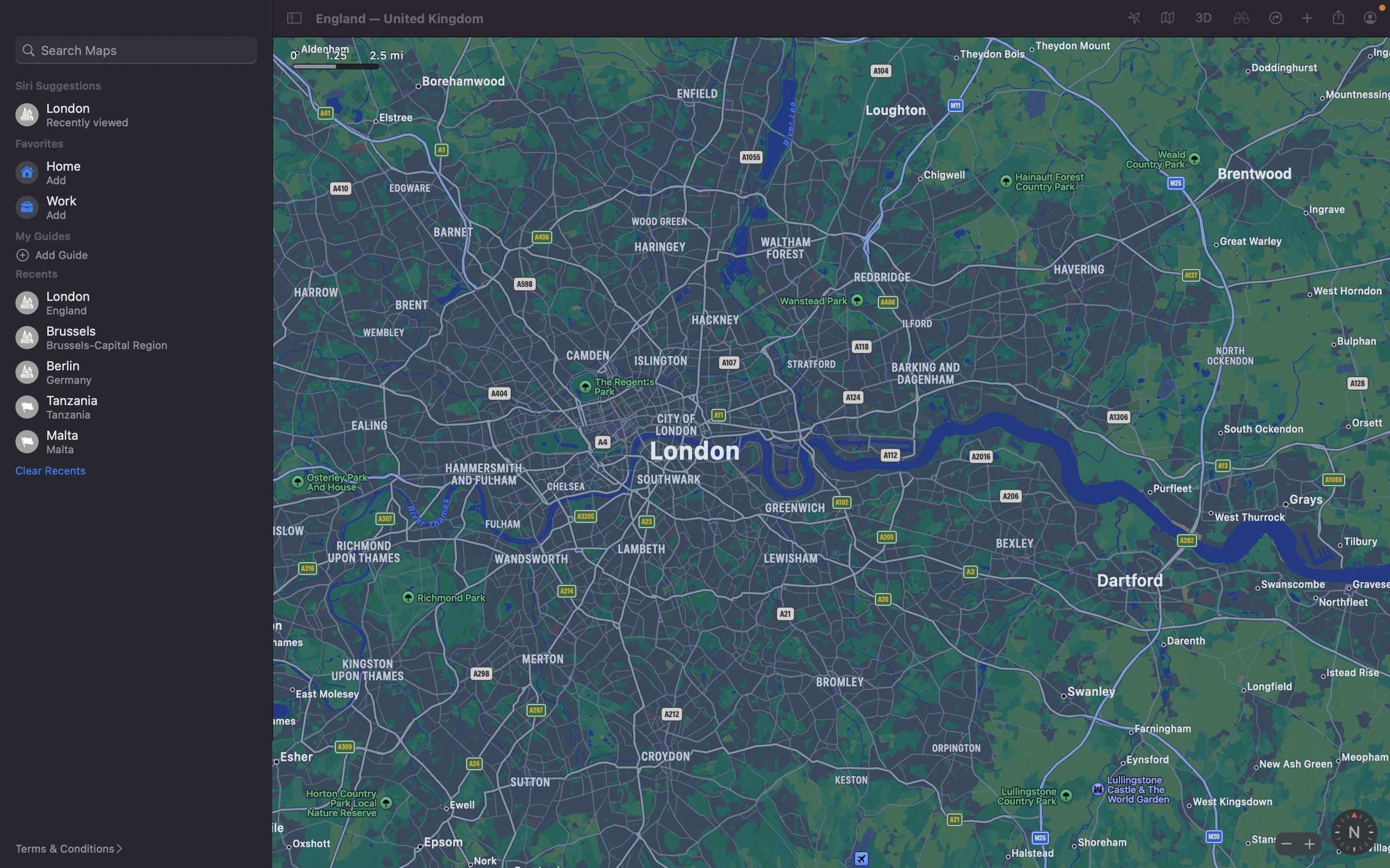 This screenshot has height=868, width=1390. Describe the element at coordinates (1165, 18) in the screenshot. I see `Change the map view to satellite` at that location.